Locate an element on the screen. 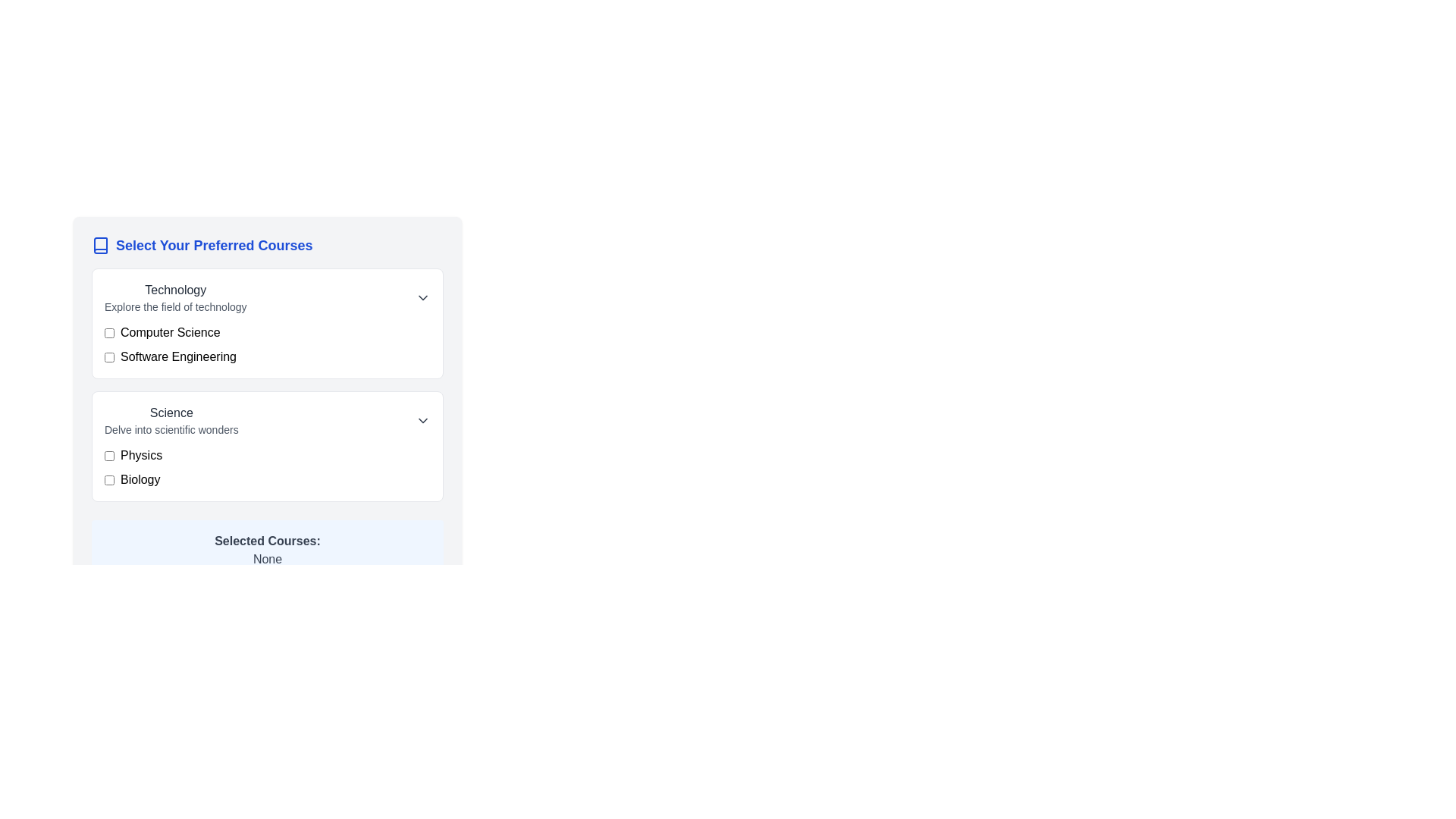  the checkbox next to 'Biology' in the collapsible 'Science' section located in the 'Select Your Preferred Courses' panel is located at coordinates (268, 446).